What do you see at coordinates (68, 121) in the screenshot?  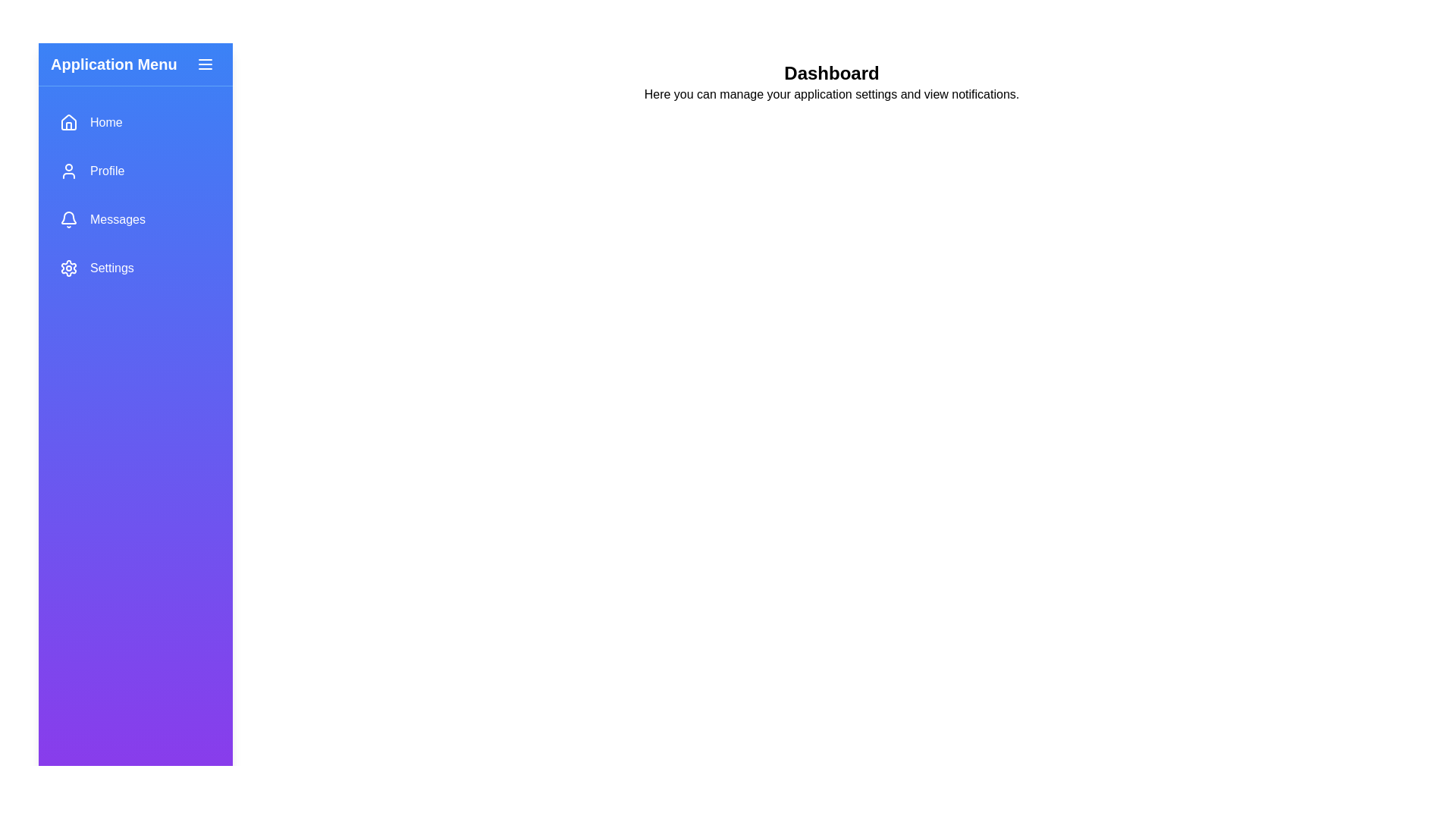 I see `the 'Home' icon in the sidebar menu, which visually represents a house and is the first icon in the navigation menu` at bounding box center [68, 121].